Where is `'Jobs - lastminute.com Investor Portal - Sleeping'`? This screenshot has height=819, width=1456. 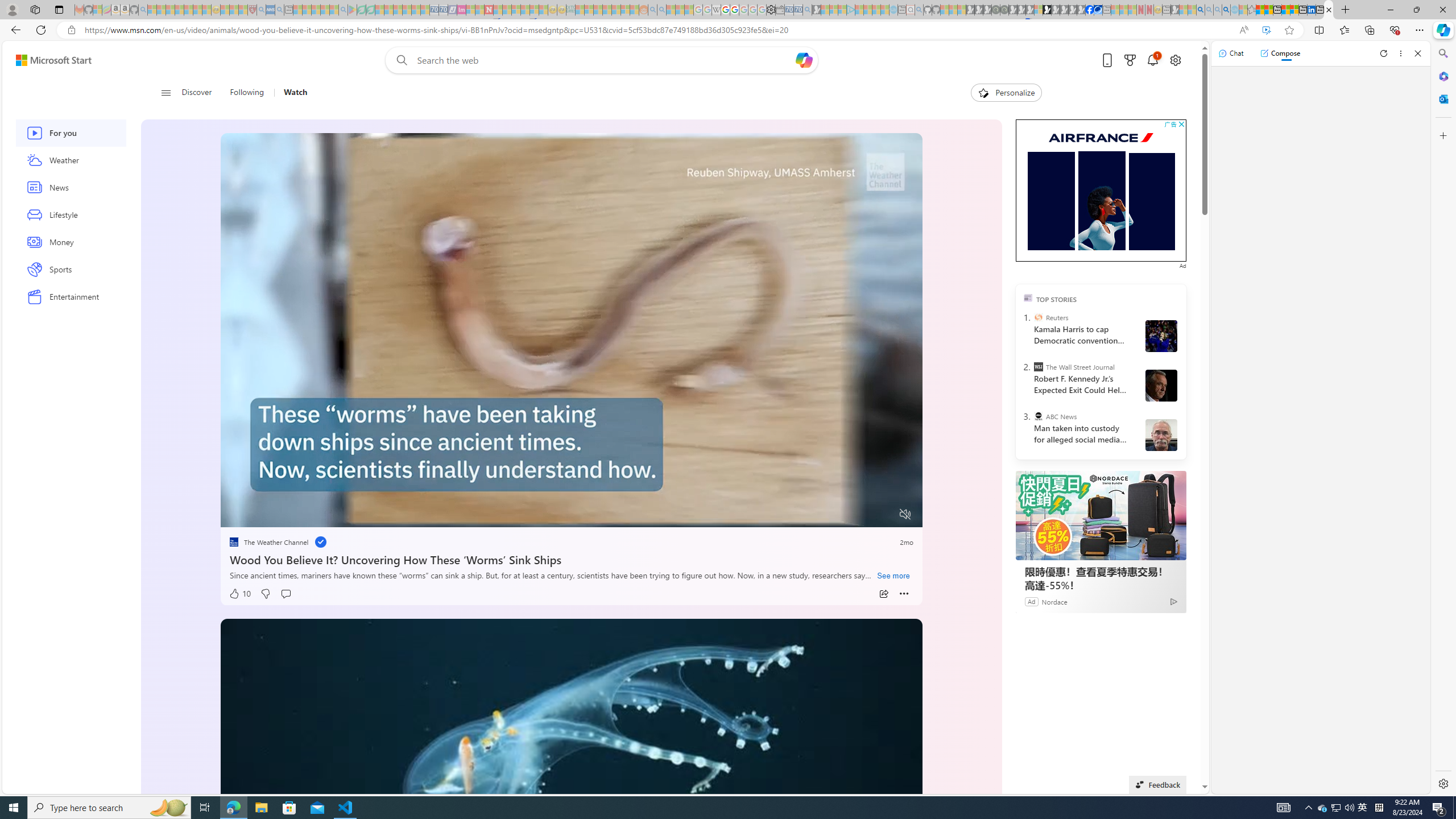
'Jobs - lastminute.com Investor Portal - Sleeping' is located at coordinates (461, 9).